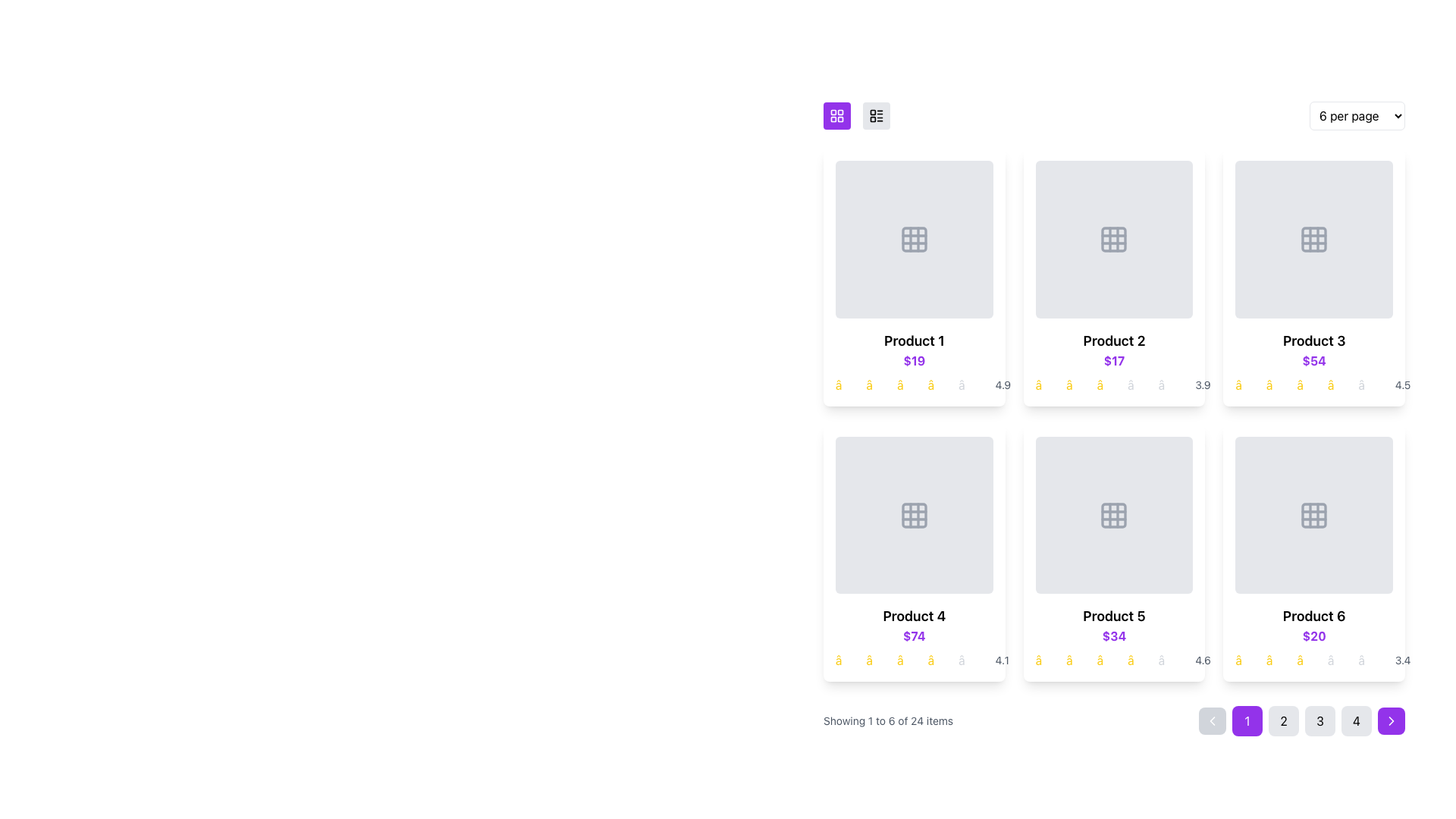 This screenshot has height=819, width=1456. I want to click on the grid icon representing 'Product 6' located at the bottom-right position of the product grid, so click(1313, 514).